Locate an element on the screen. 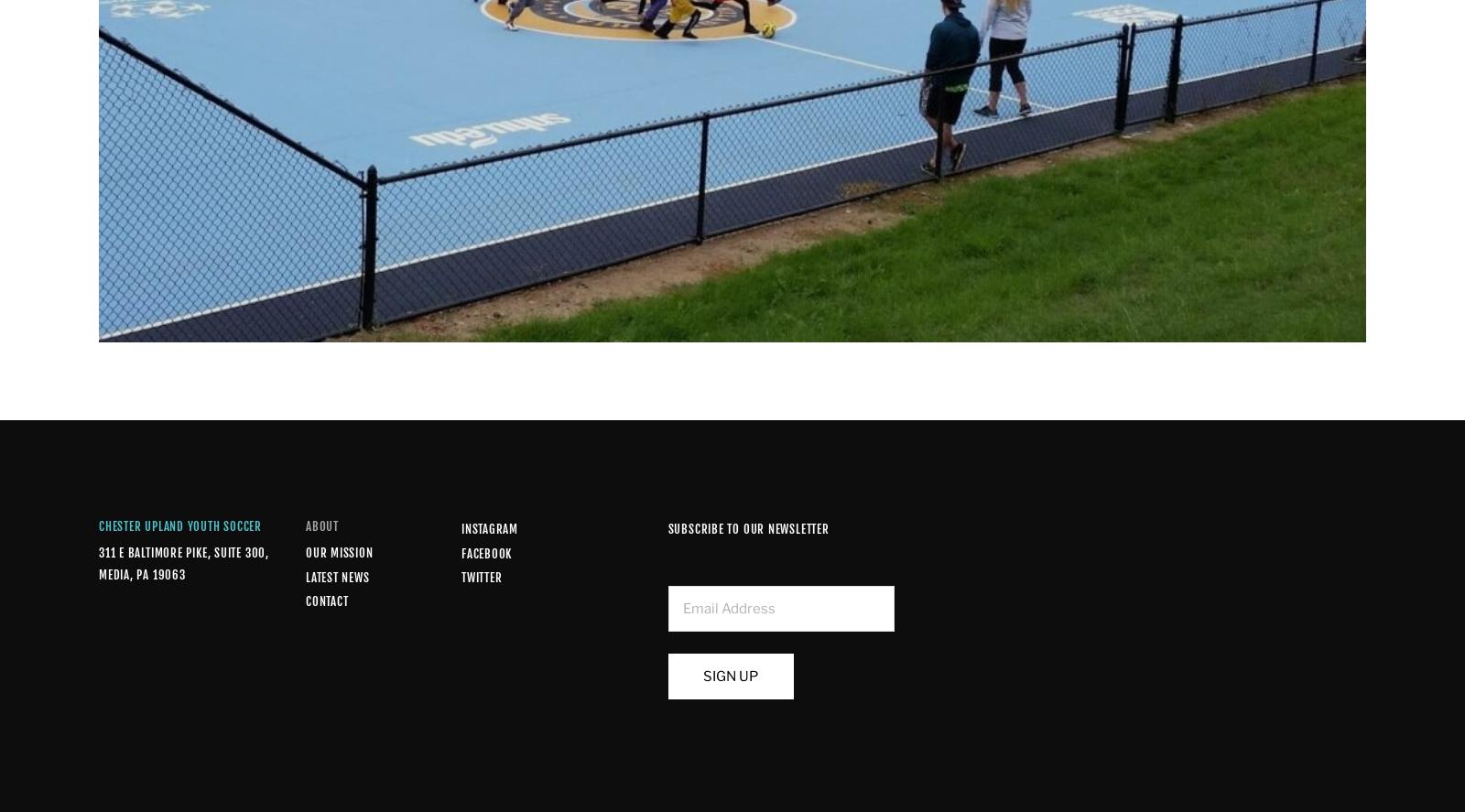  'Chester Upland Youth Soccer' is located at coordinates (179, 525).